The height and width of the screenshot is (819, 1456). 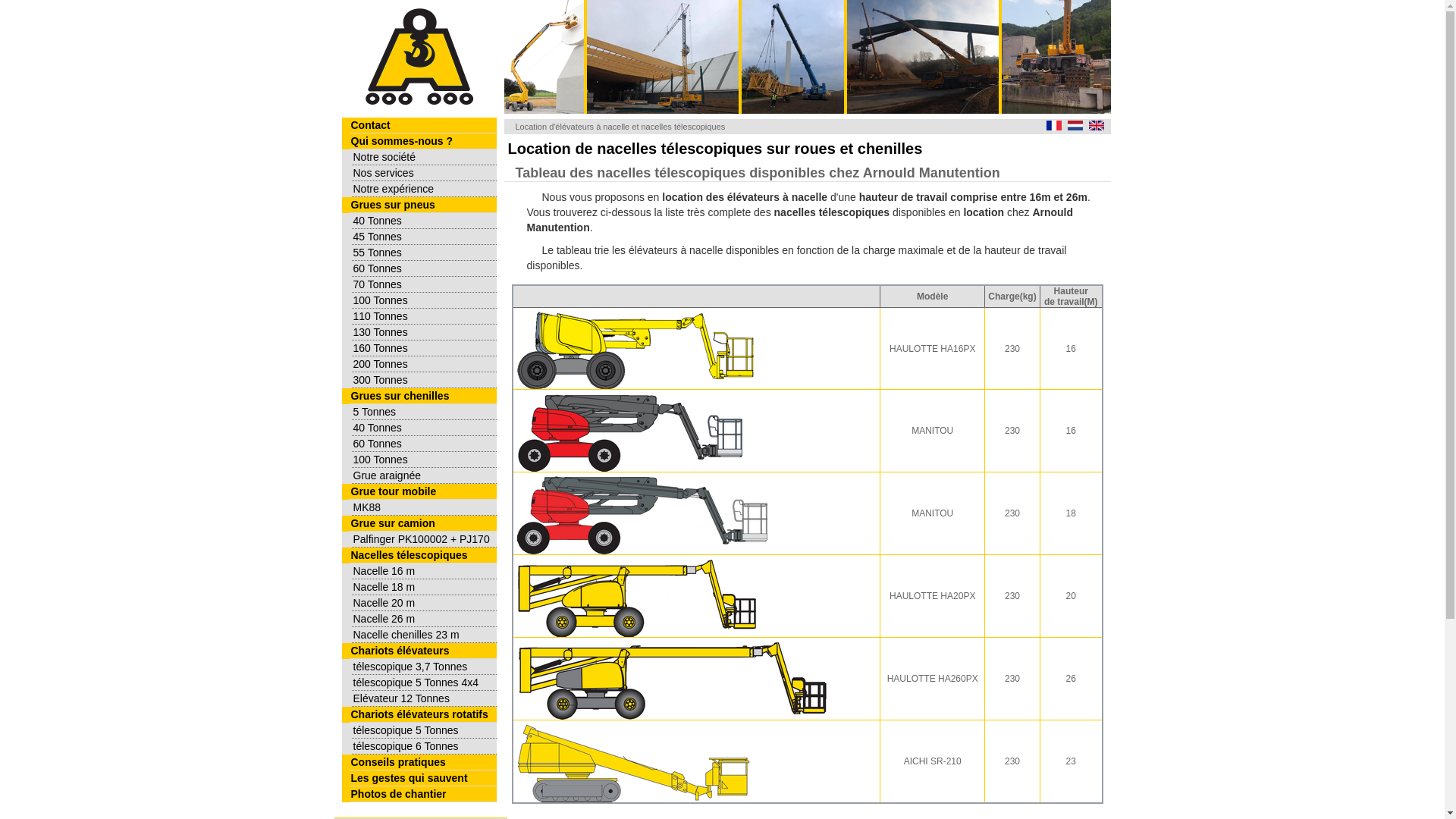 What do you see at coordinates (424, 619) in the screenshot?
I see `'Nacelle 26 m'` at bounding box center [424, 619].